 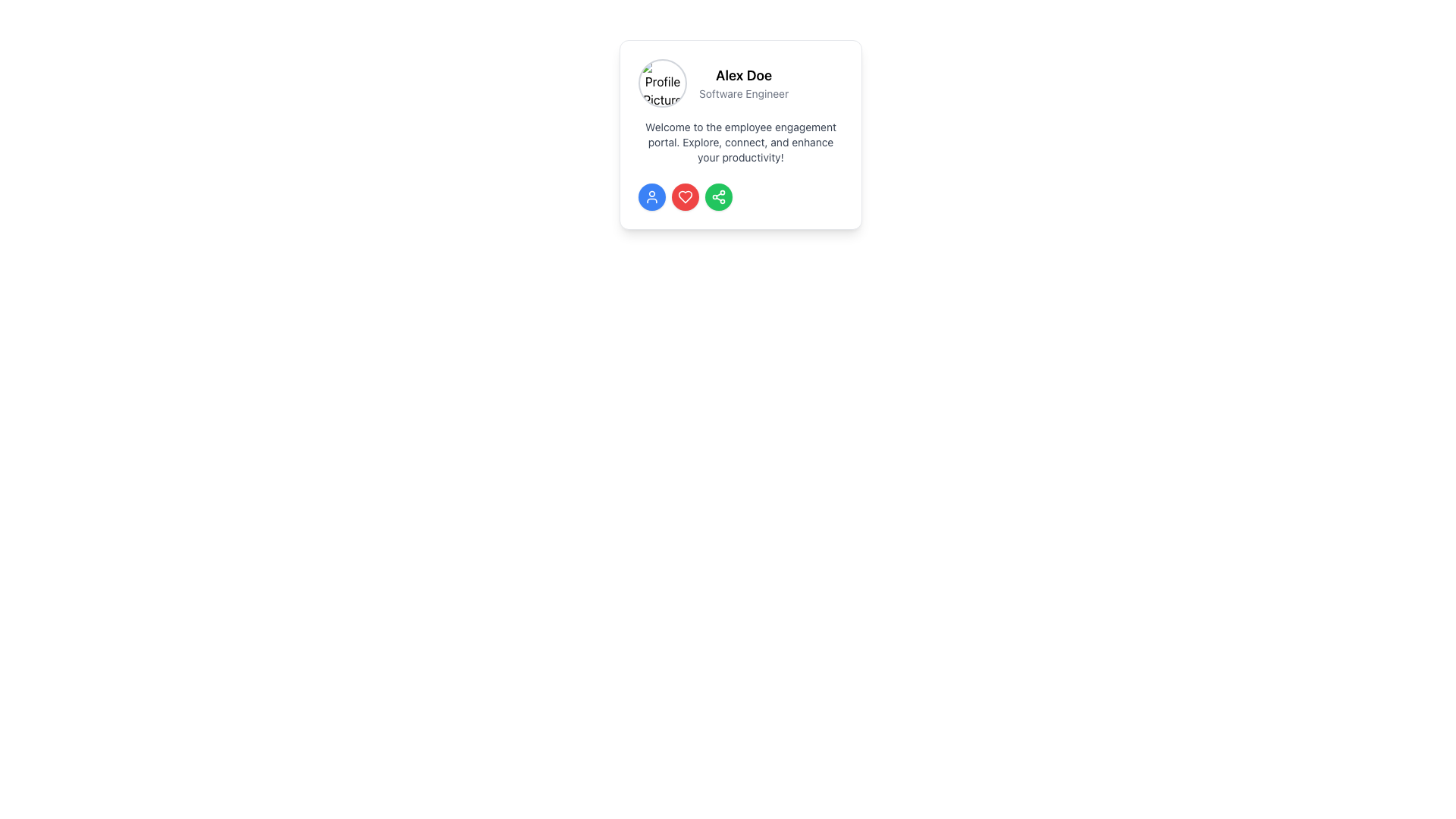 I want to click on text content 'Alex Doe' displayed prominently as part of the profile card, located in the top right section of the card layout, above the subtitle 'Software Engineer', so click(x=744, y=76).